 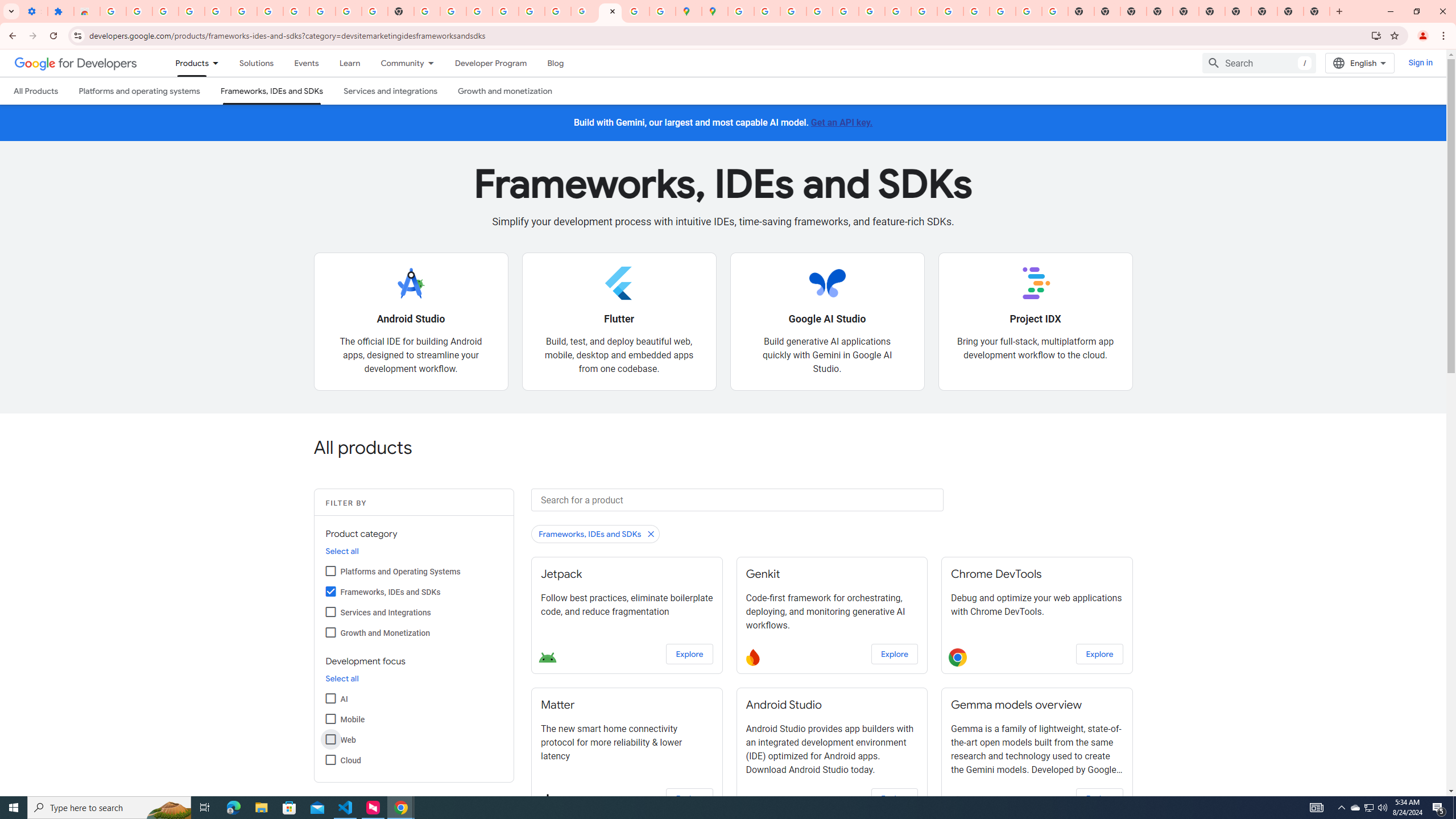 I want to click on 'Delete photos & videos - Computer - Google Photos Help', so click(x=191, y=11).